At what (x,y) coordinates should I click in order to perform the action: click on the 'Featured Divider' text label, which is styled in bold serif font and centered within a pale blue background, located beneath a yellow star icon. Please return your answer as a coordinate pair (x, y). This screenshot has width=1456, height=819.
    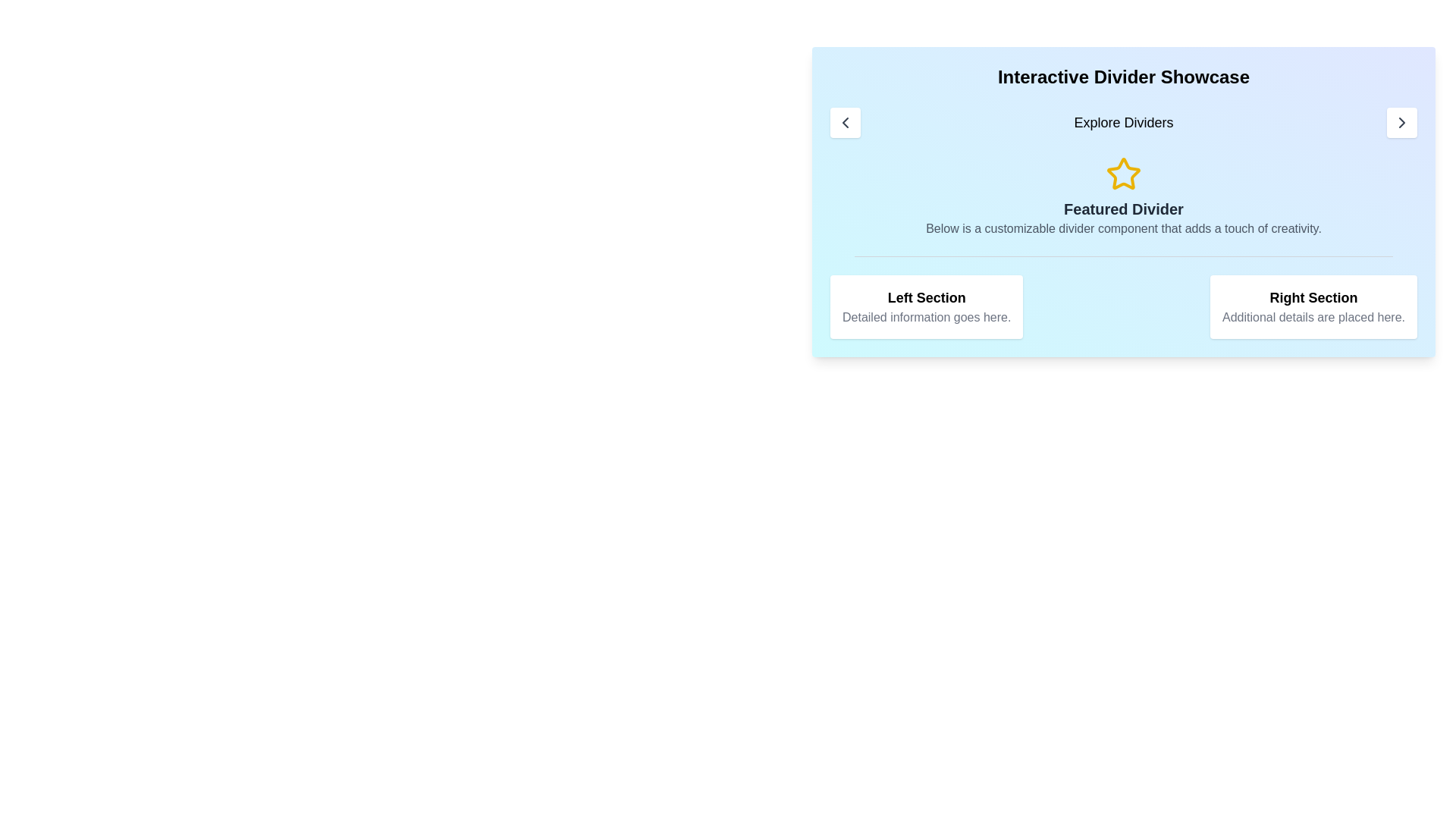
    Looking at the image, I should click on (1124, 209).